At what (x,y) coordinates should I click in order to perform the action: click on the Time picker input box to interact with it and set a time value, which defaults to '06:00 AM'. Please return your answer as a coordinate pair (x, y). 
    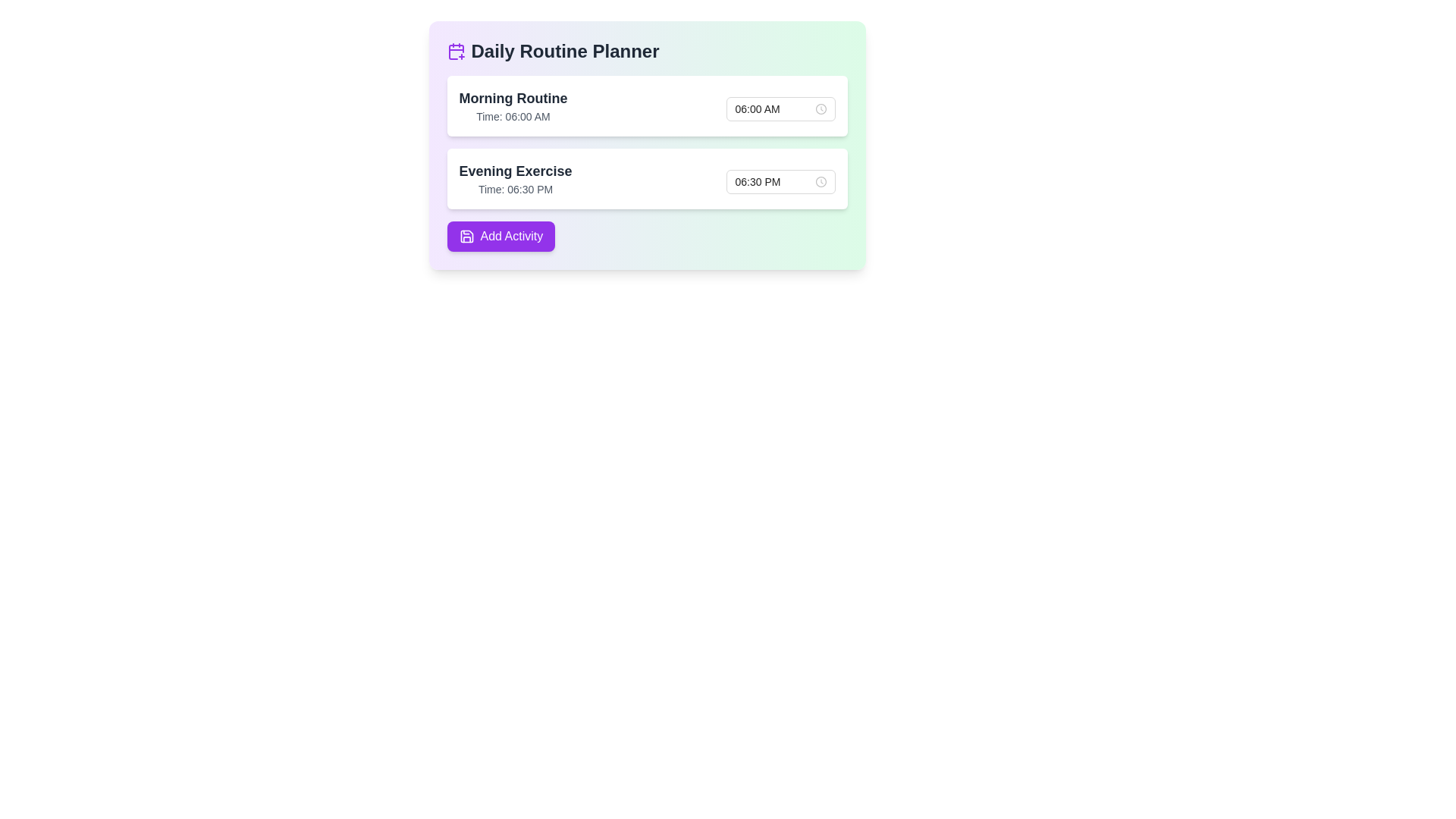
    Looking at the image, I should click on (780, 108).